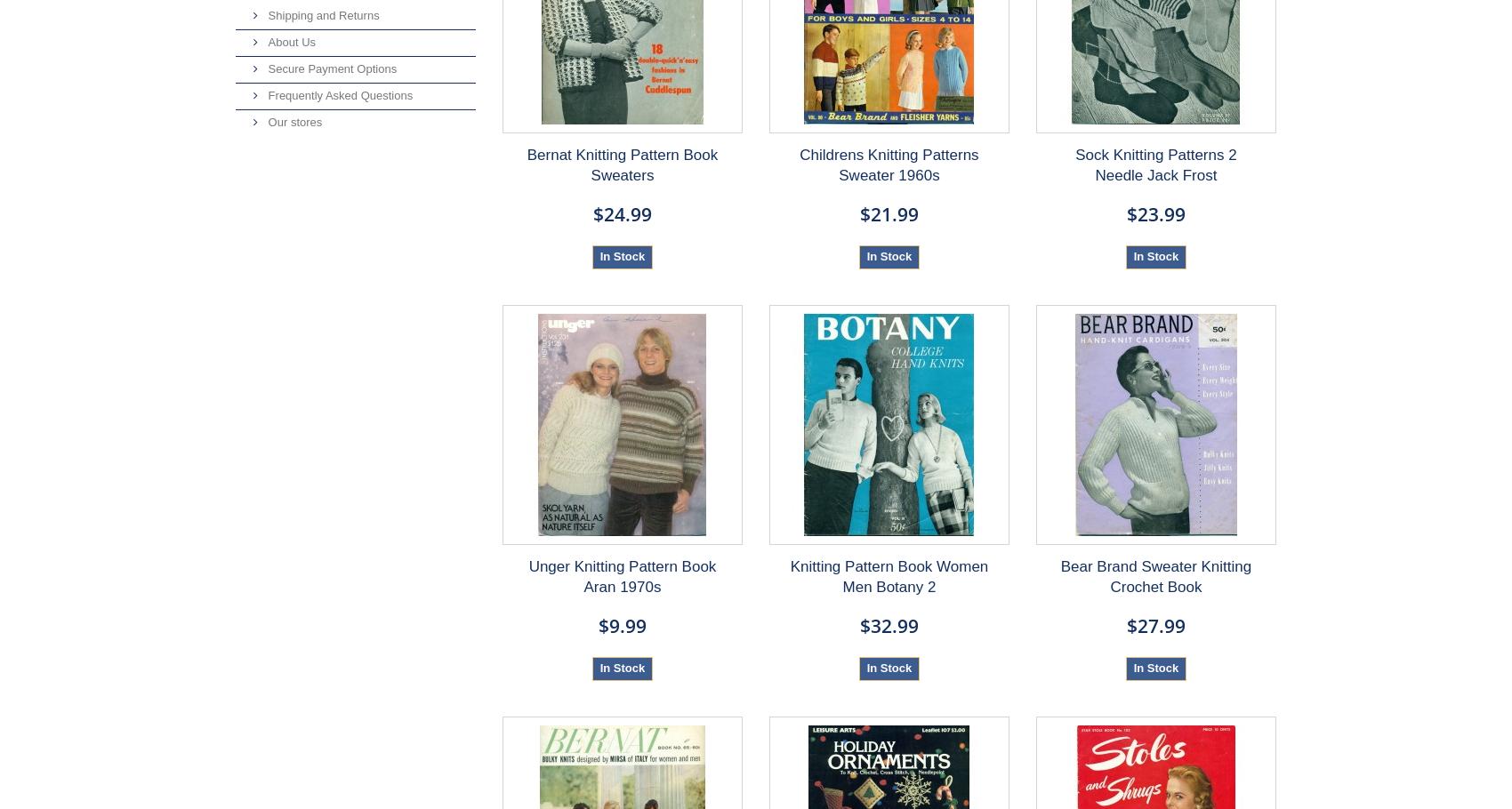 This screenshot has width=1512, height=809. I want to click on '$21.99', so click(857, 212).